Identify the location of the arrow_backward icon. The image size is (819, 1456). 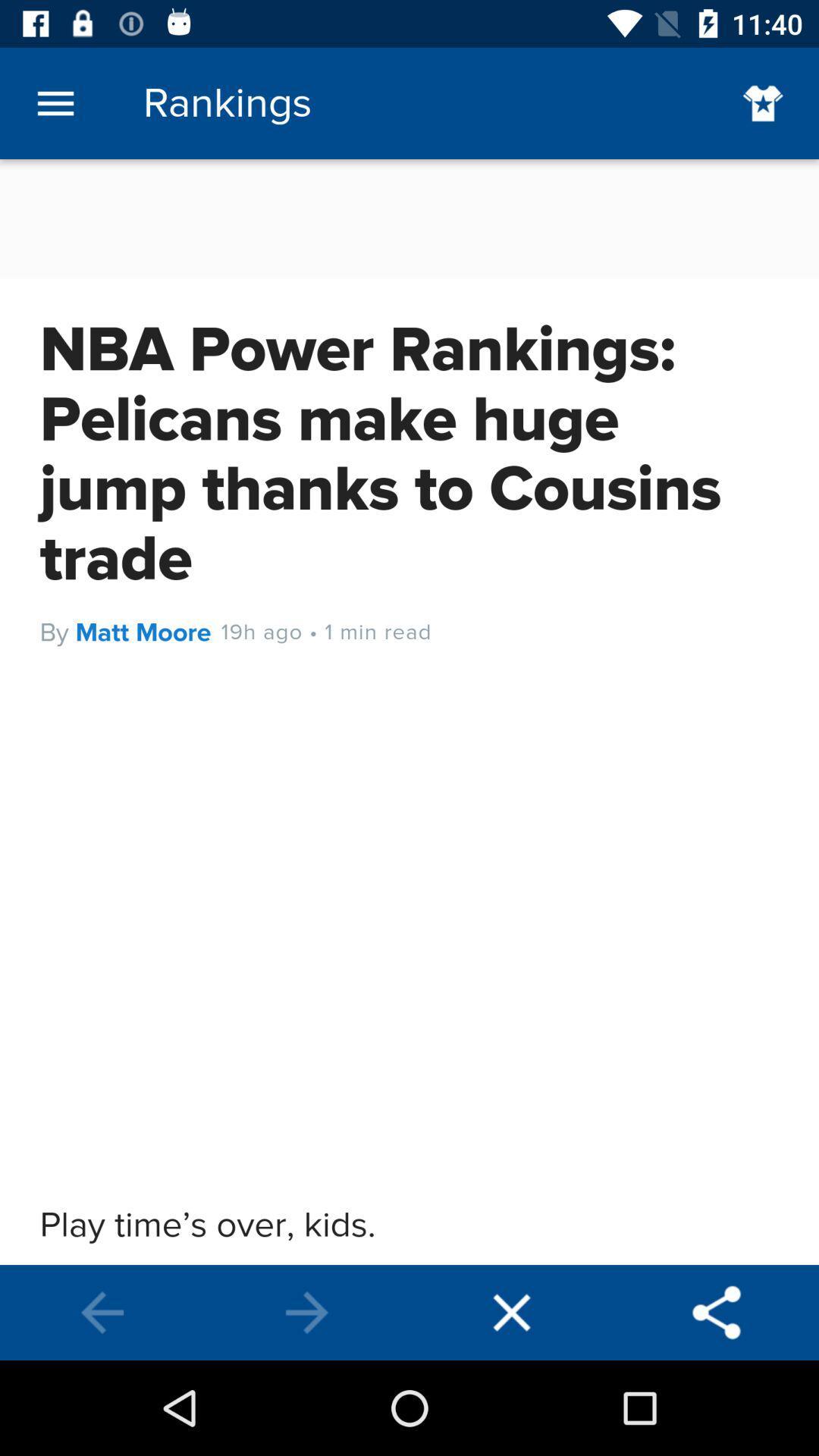
(102, 1312).